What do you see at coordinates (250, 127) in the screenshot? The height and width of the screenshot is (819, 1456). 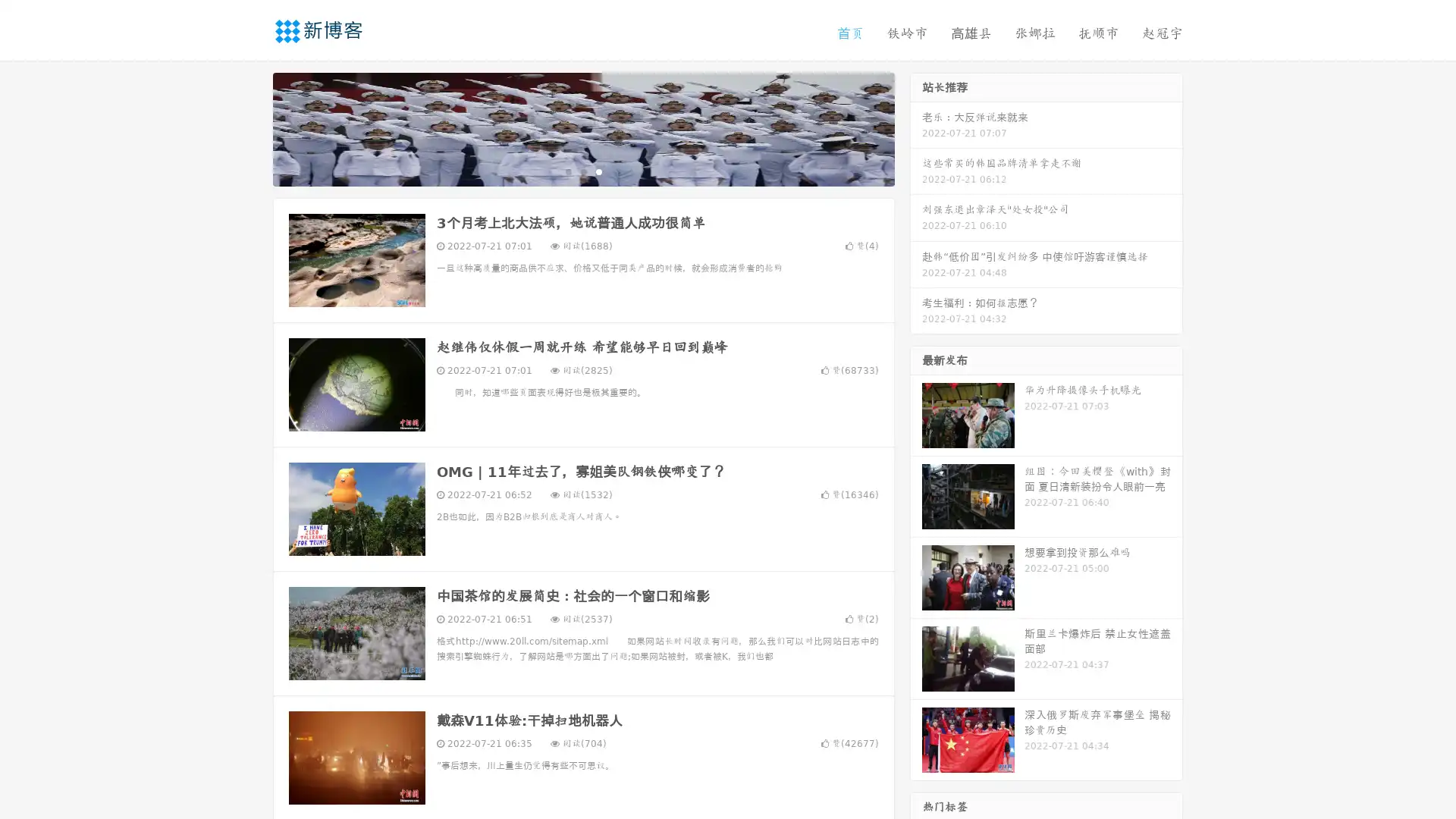 I see `Previous slide` at bounding box center [250, 127].